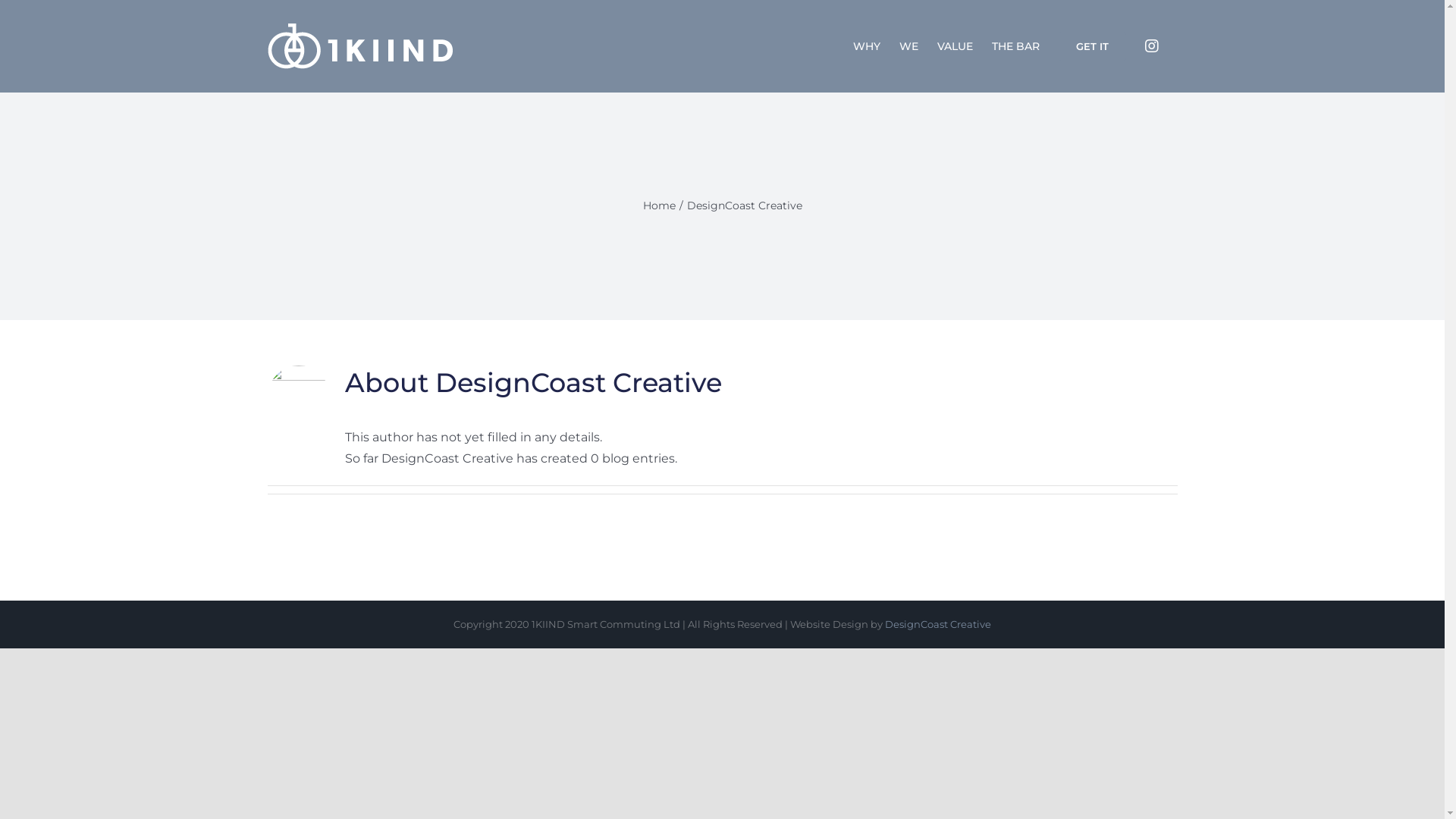  Describe the element at coordinates (908, 45) in the screenshot. I see `'WE'` at that location.